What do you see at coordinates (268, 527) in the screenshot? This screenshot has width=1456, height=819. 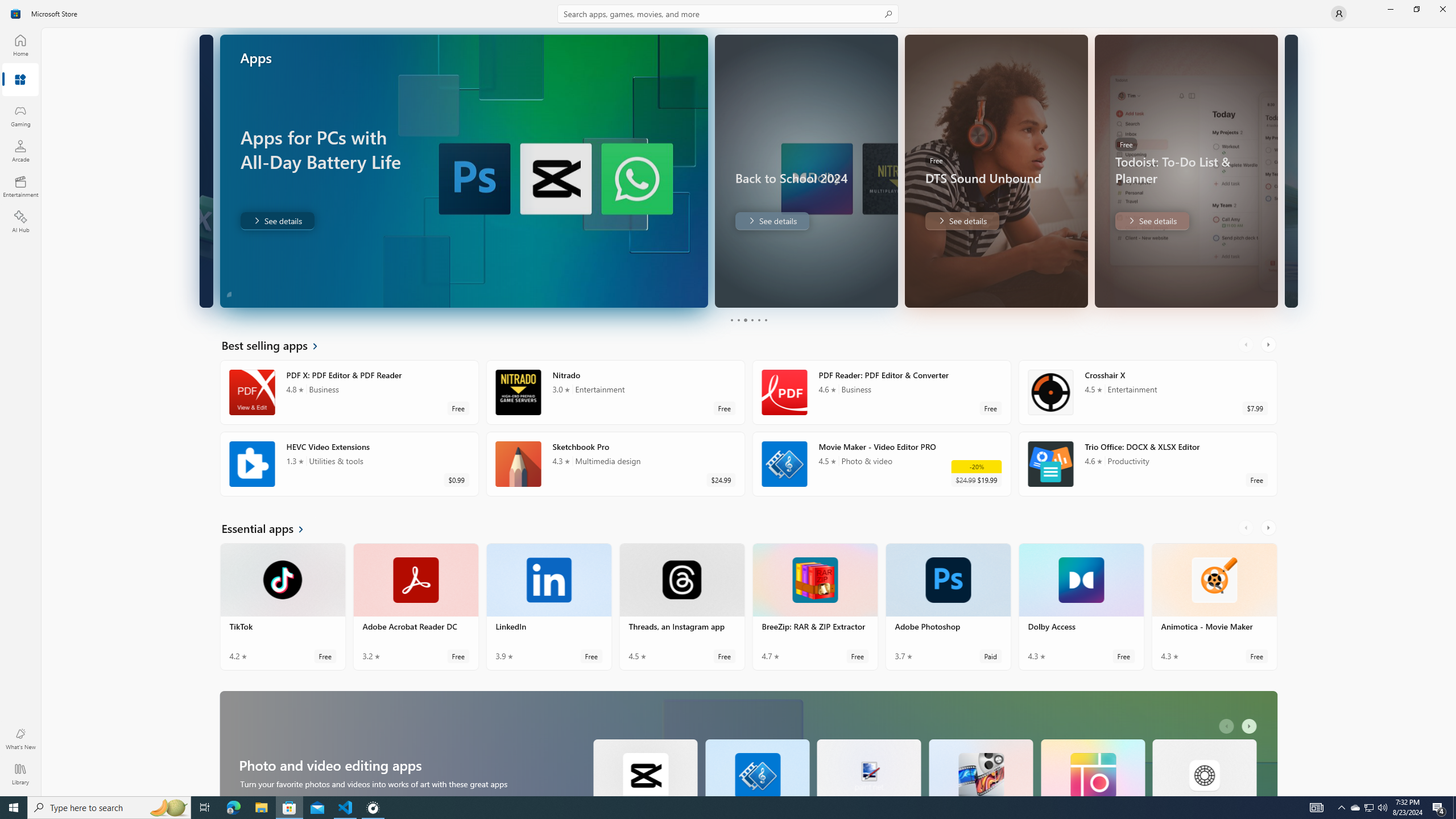 I see `'See all  Essential apps'` at bounding box center [268, 527].